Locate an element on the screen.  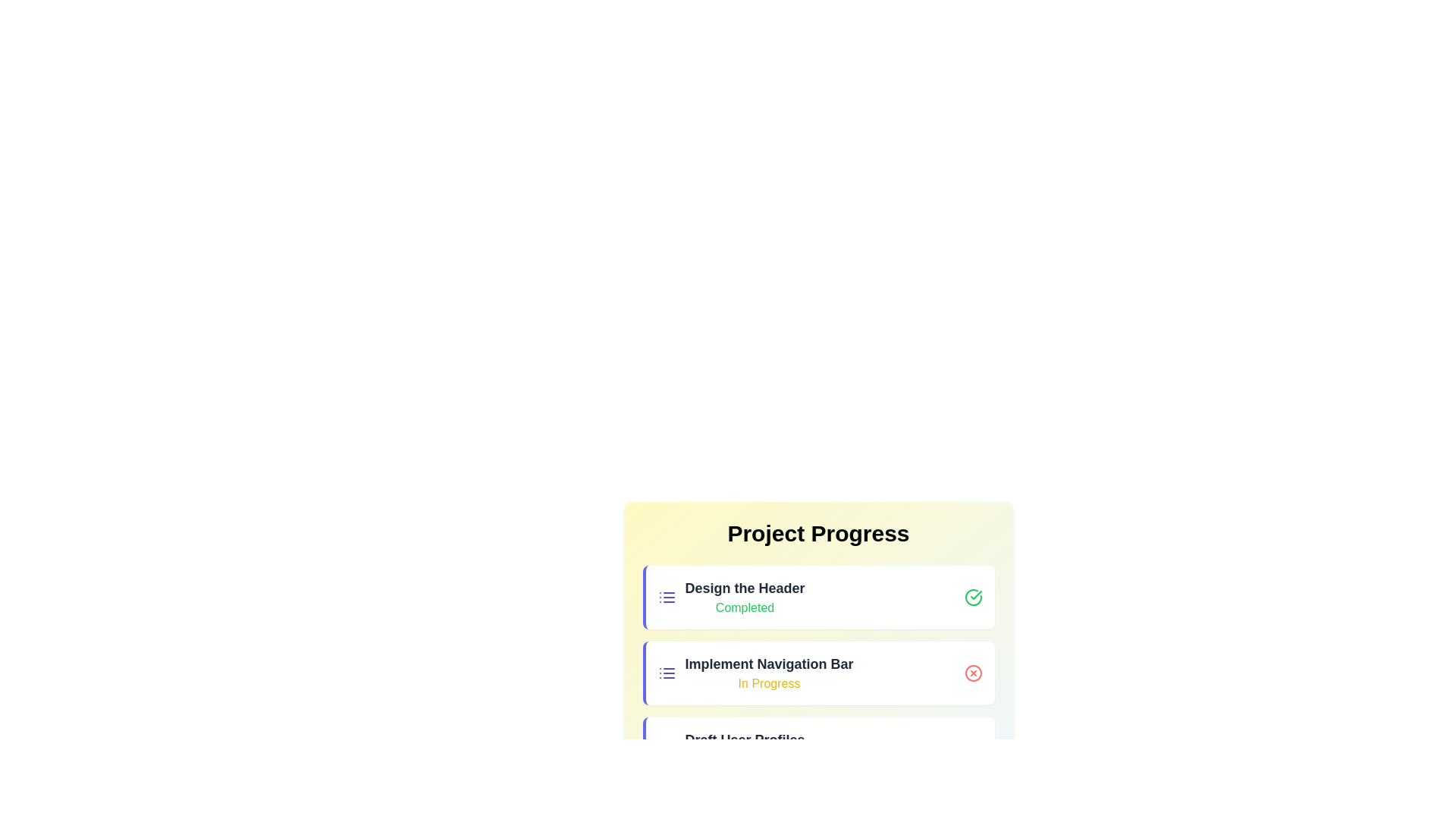
the cross icon for the task Implement Navigation Bar is located at coordinates (973, 672).